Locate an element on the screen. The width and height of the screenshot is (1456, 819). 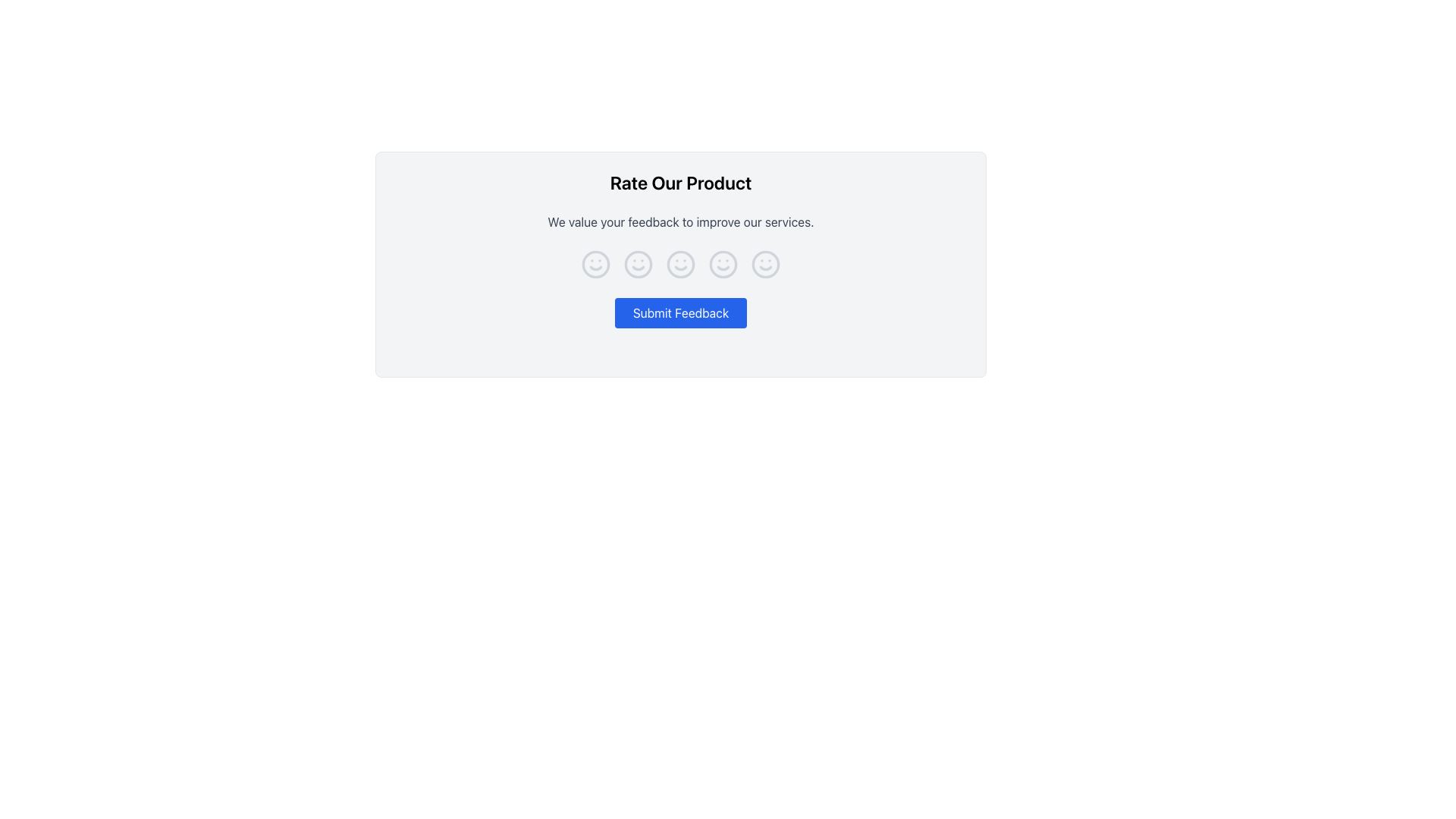
the blue rectangular 'Submit Feedback' button with rounded corners is located at coordinates (679, 312).